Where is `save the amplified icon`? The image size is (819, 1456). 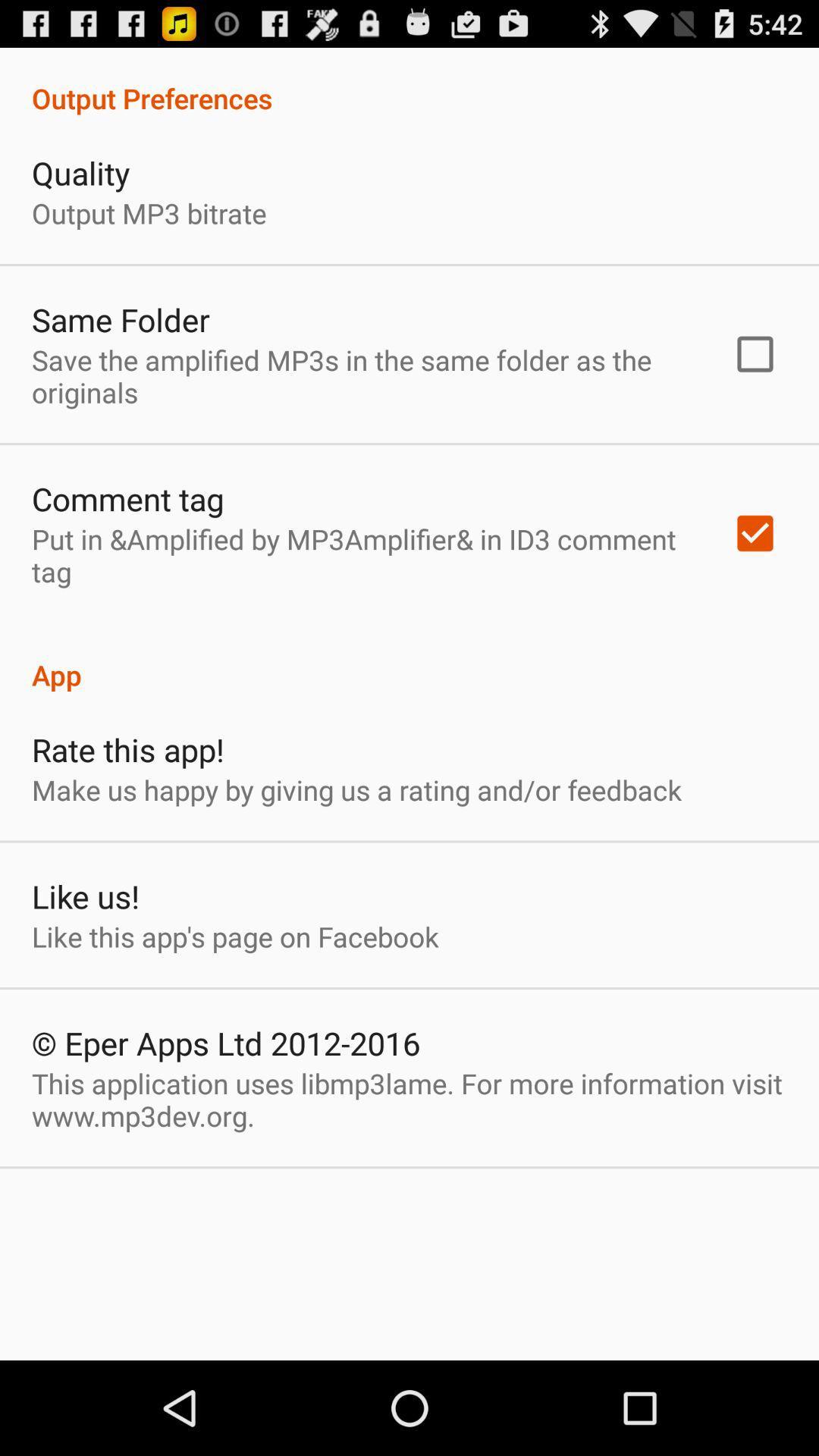
save the amplified icon is located at coordinates (362, 376).